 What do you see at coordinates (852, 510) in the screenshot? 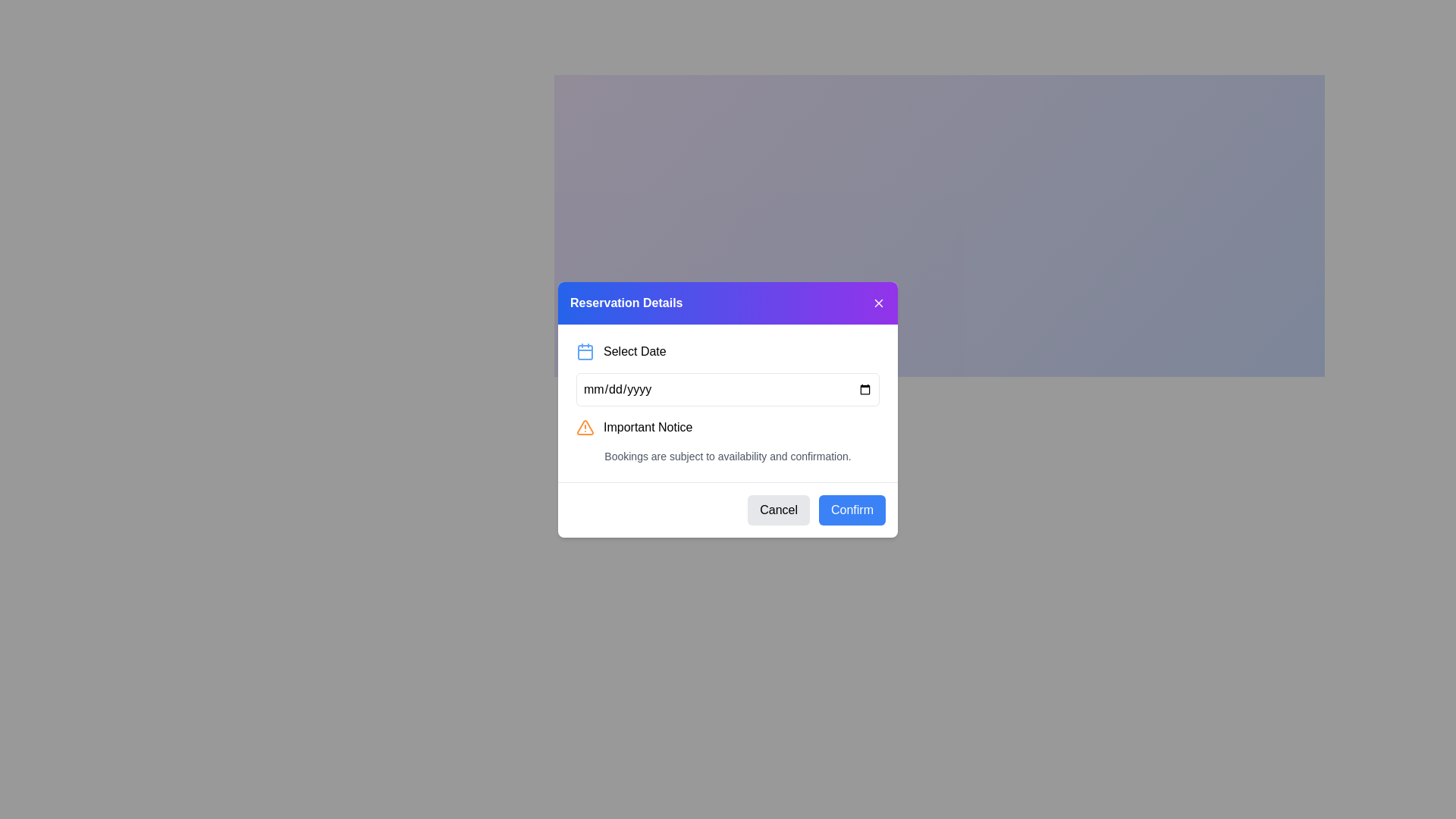
I see `the 'Confirm' button, which is a rectangular button with a blue background and white text, located at the bottom section of a modal dialog` at bounding box center [852, 510].